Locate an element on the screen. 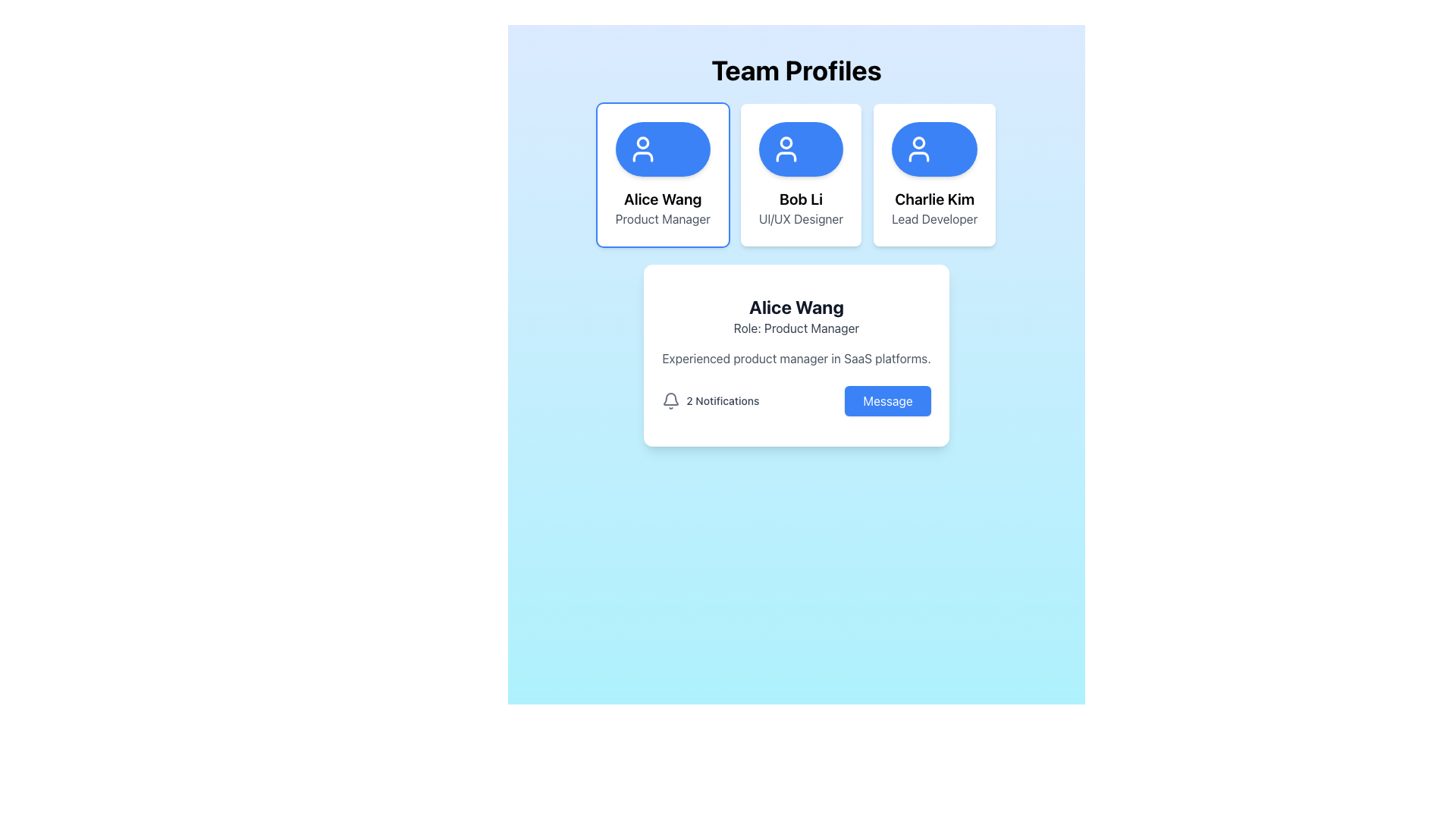 The image size is (1456, 819). the bell-shaped notification icon, which is gray and outlined, located at the beginning of the section with the text '2 Notifications' in the lower-left region of Alice Wang's information card is located at coordinates (670, 400).